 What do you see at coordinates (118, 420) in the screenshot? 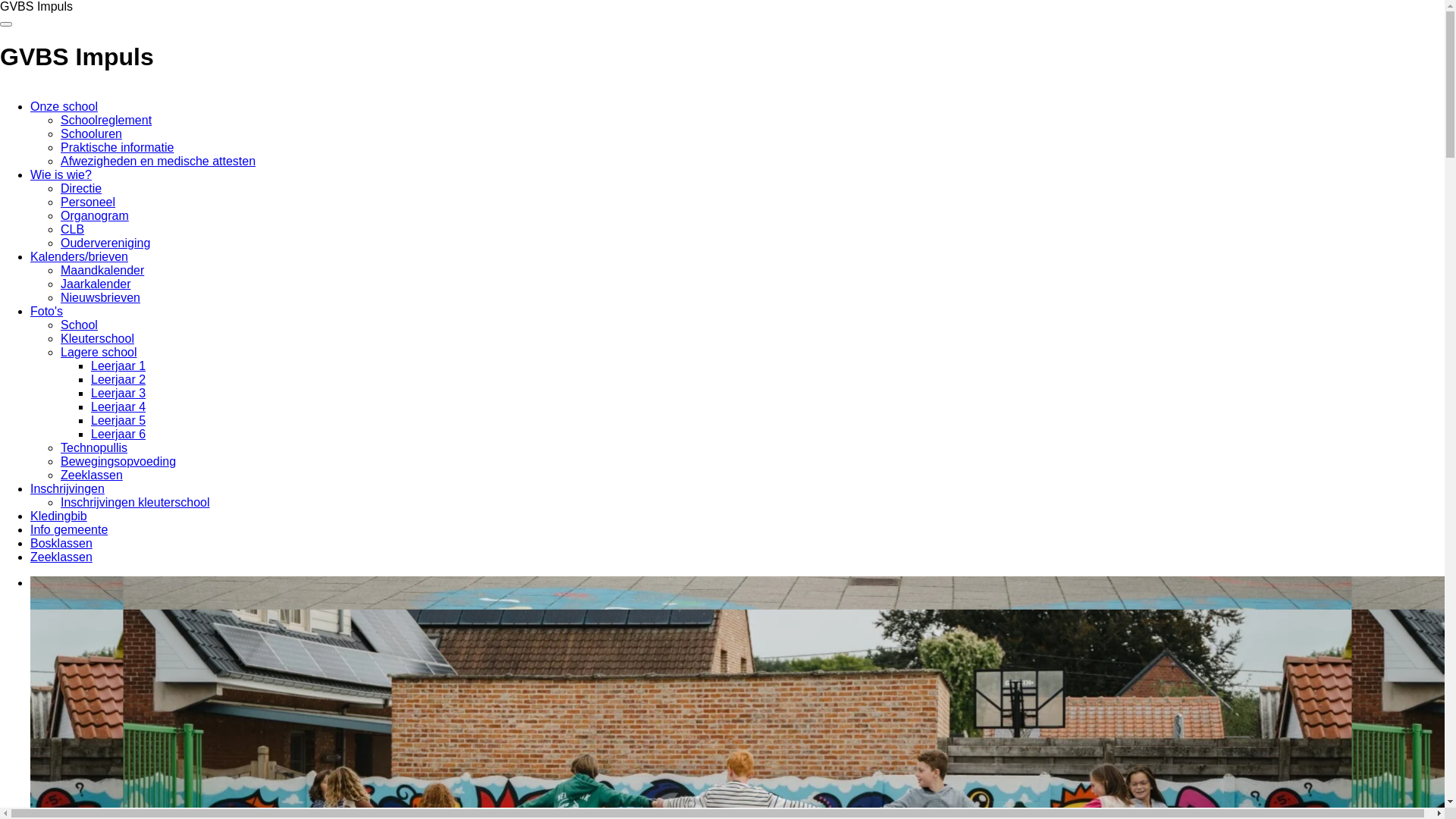
I see `'Leerjaar 5'` at bounding box center [118, 420].